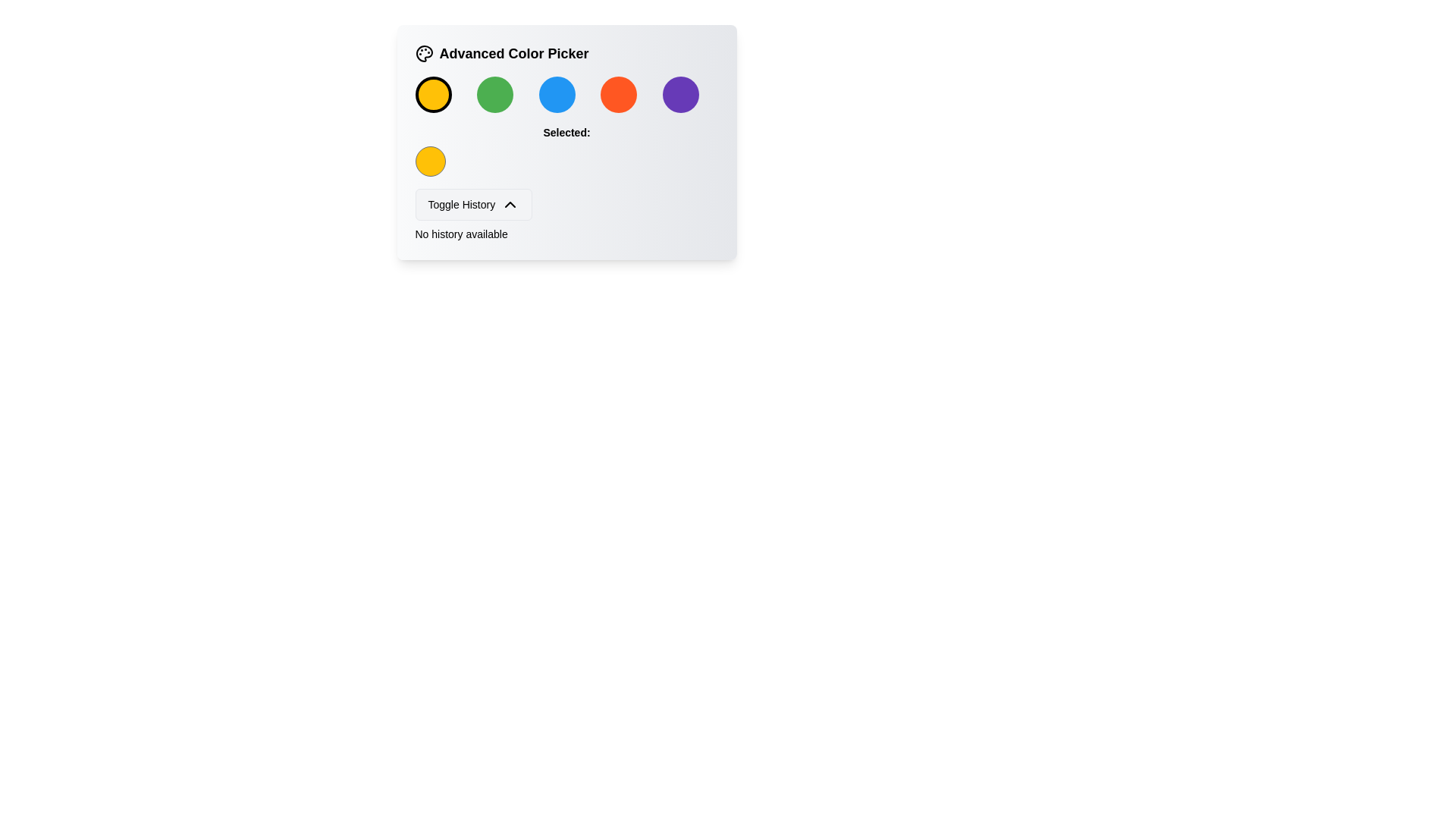 Image resolution: width=1456 pixels, height=819 pixels. I want to click on the circular purple button located on the far right side of the row within the 'Advanced Color Picker' layout, so click(679, 94).